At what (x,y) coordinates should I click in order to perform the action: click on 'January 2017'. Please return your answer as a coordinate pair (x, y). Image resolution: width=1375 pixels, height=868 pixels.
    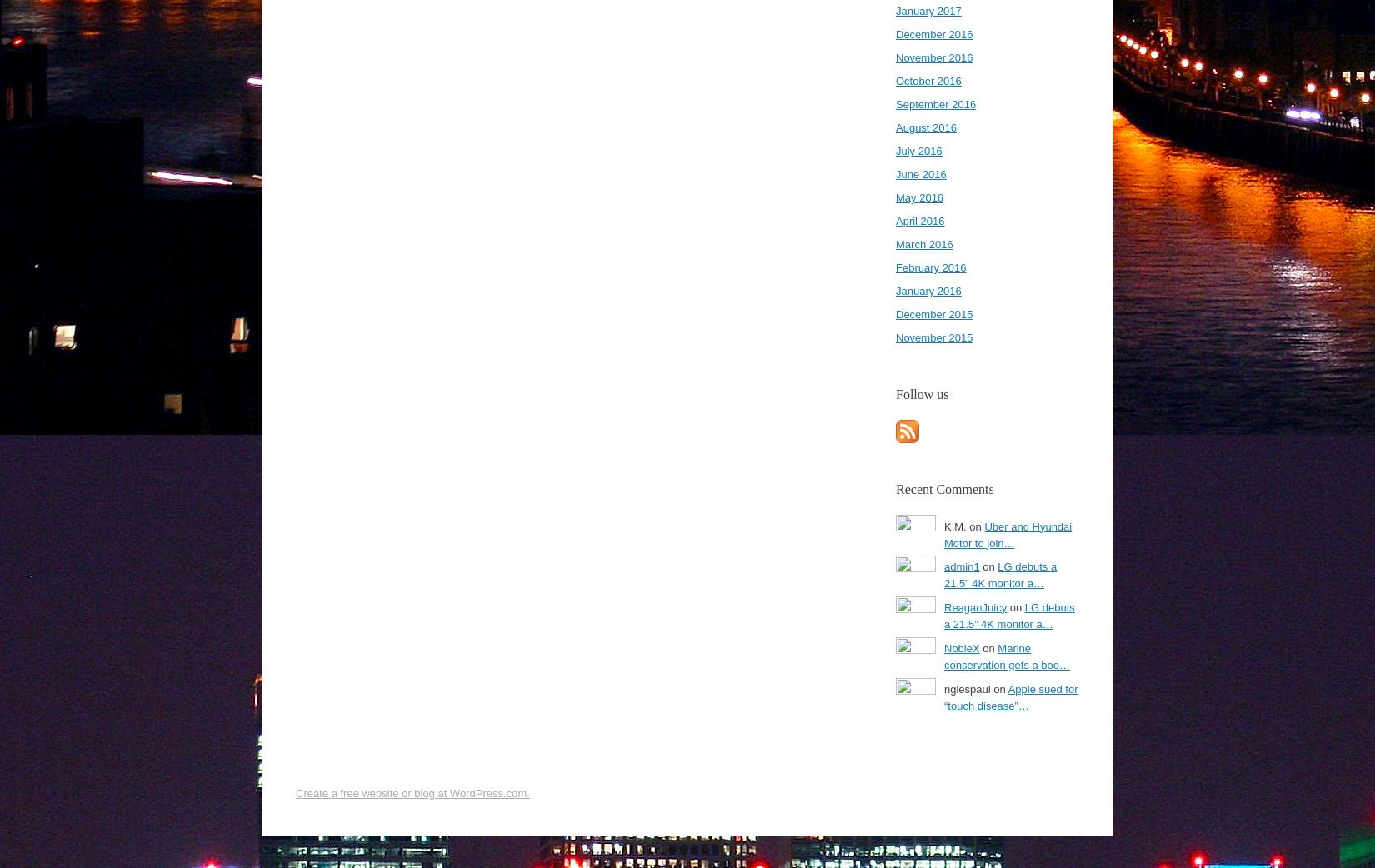
    Looking at the image, I should click on (928, 10).